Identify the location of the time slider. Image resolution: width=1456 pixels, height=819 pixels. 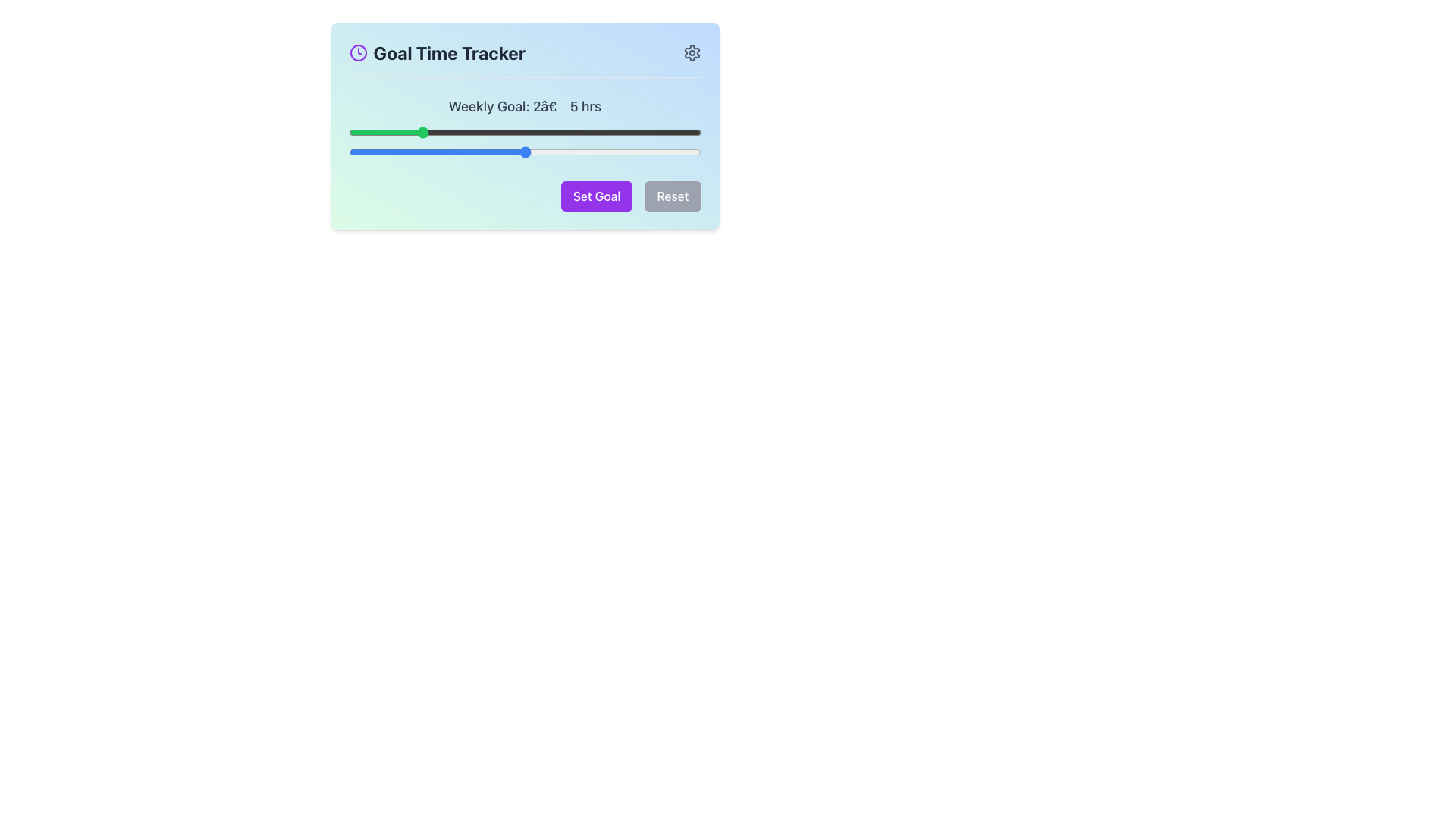
(525, 131).